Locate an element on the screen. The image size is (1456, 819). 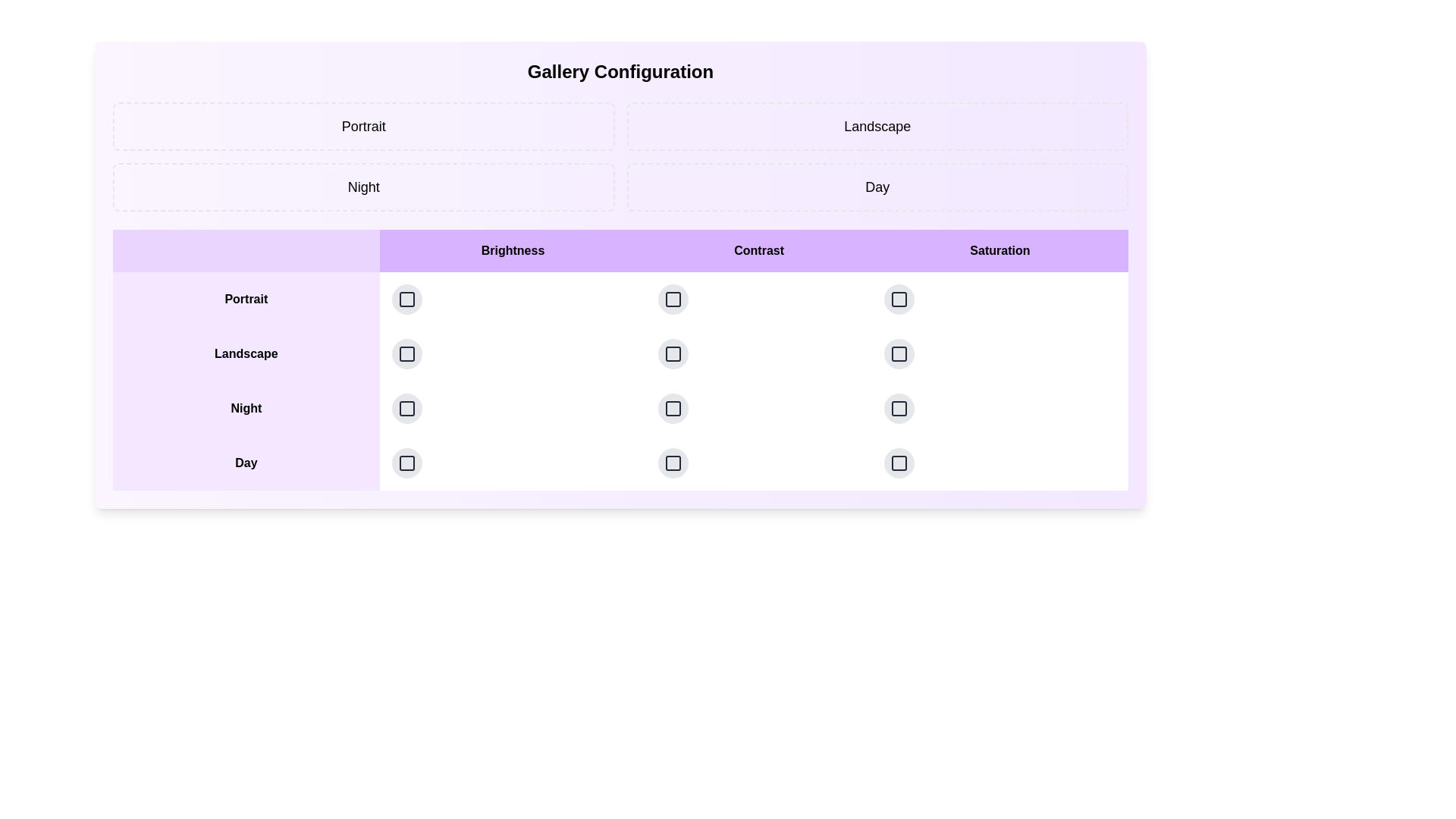
the checkbox in the topmost row under the 'Contrast' column for the 'Portrait' mode is located at coordinates (673, 299).